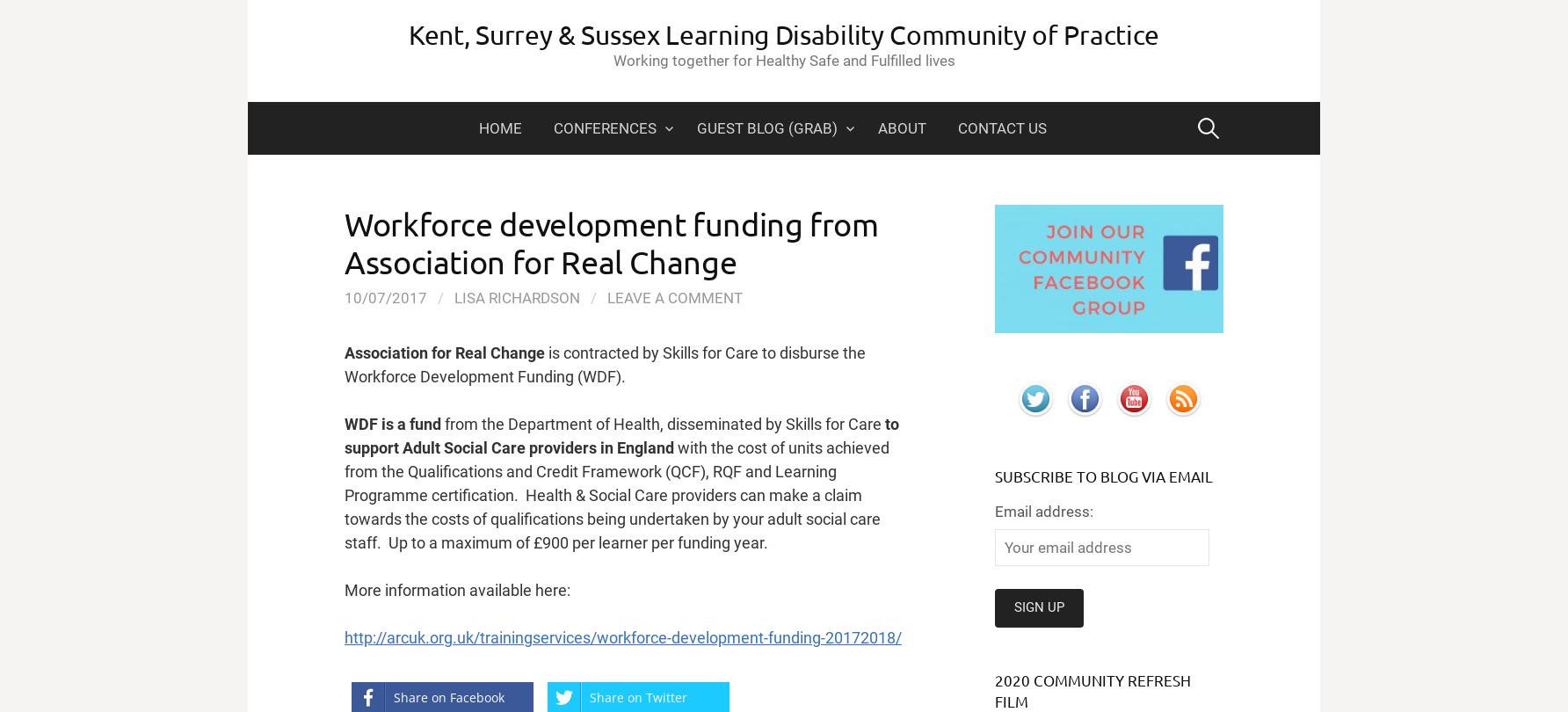 This screenshot has width=1568, height=712. What do you see at coordinates (782, 61) in the screenshot?
I see `'Working together for Healthy Safe and Fulfilled lives'` at bounding box center [782, 61].